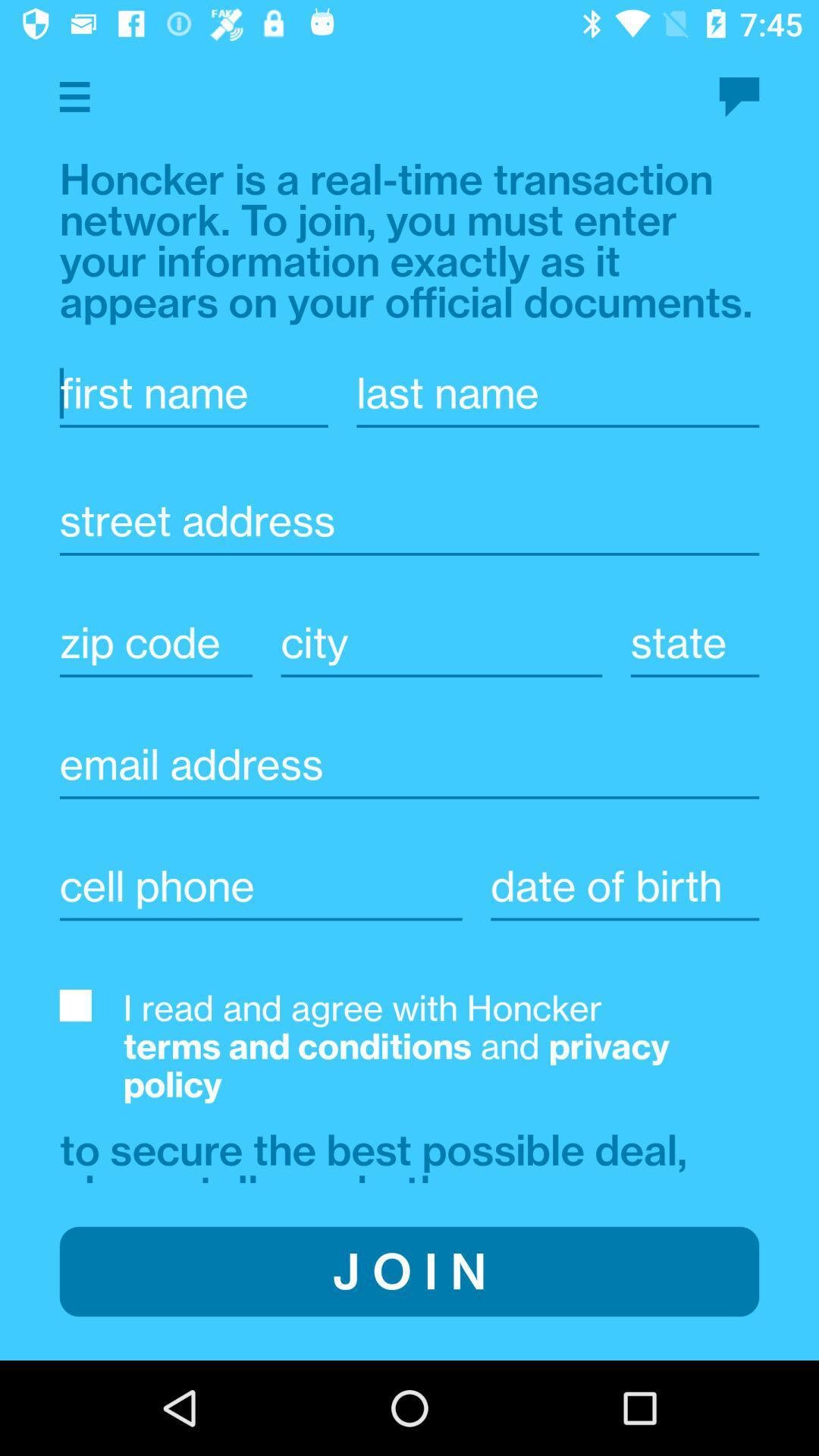  What do you see at coordinates (193, 393) in the screenshot?
I see `input first name` at bounding box center [193, 393].